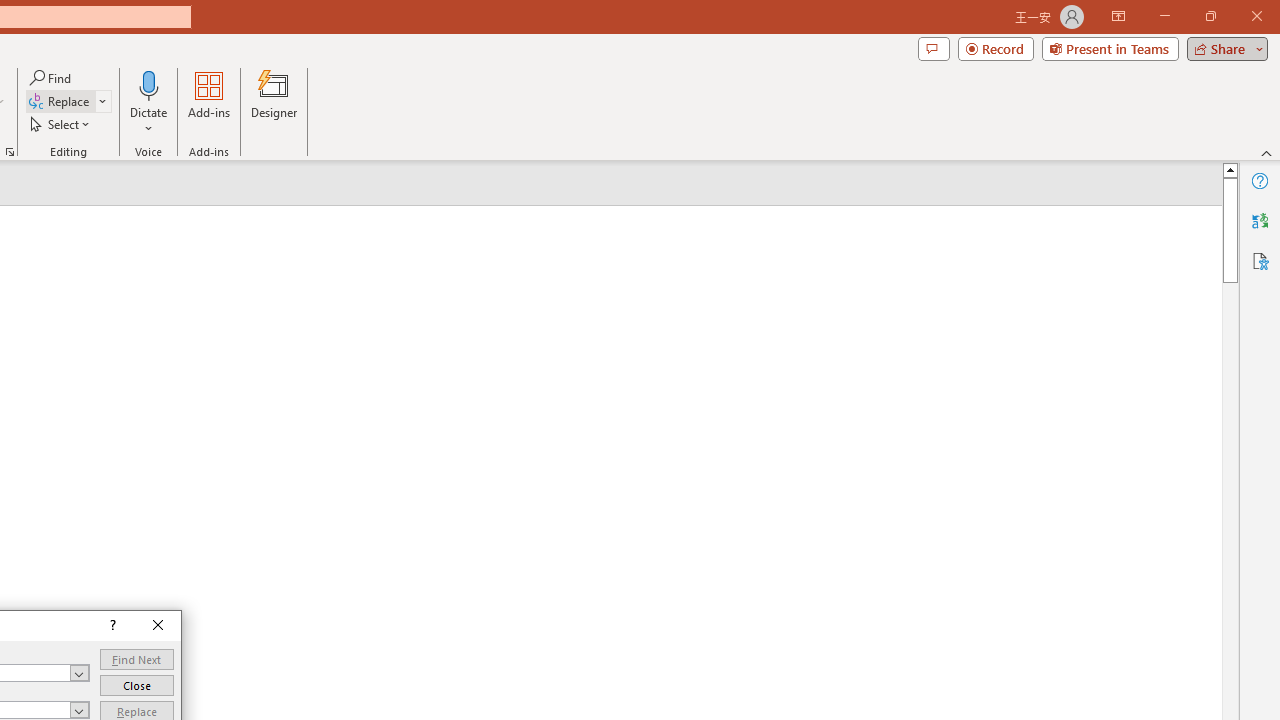 The width and height of the screenshot is (1280, 720). Describe the element at coordinates (135, 659) in the screenshot. I see `'Find Next'` at that location.